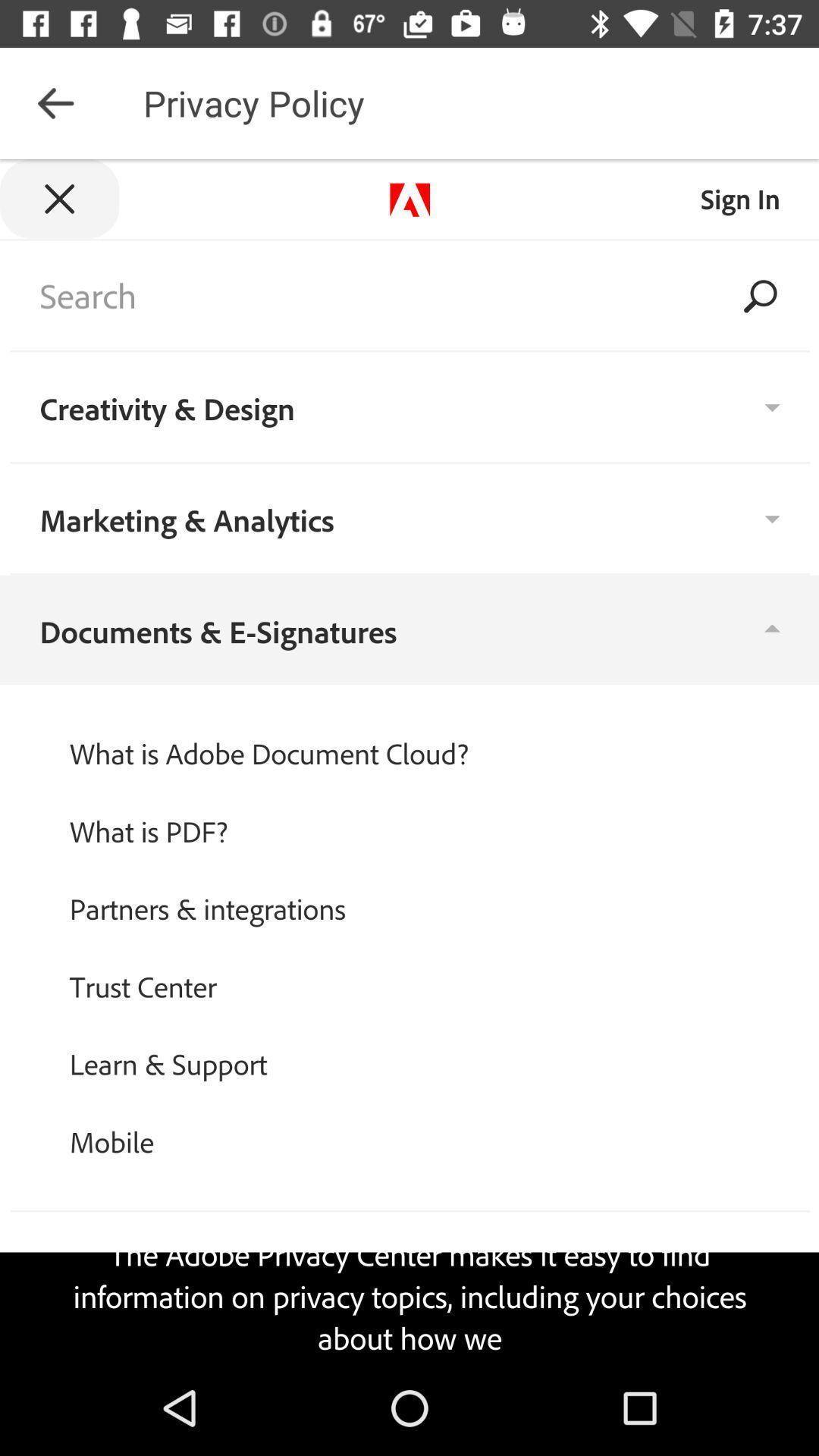 This screenshot has width=819, height=1456. Describe the element at coordinates (409, 760) in the screenshot. I see `privacy policy menu` at that location.